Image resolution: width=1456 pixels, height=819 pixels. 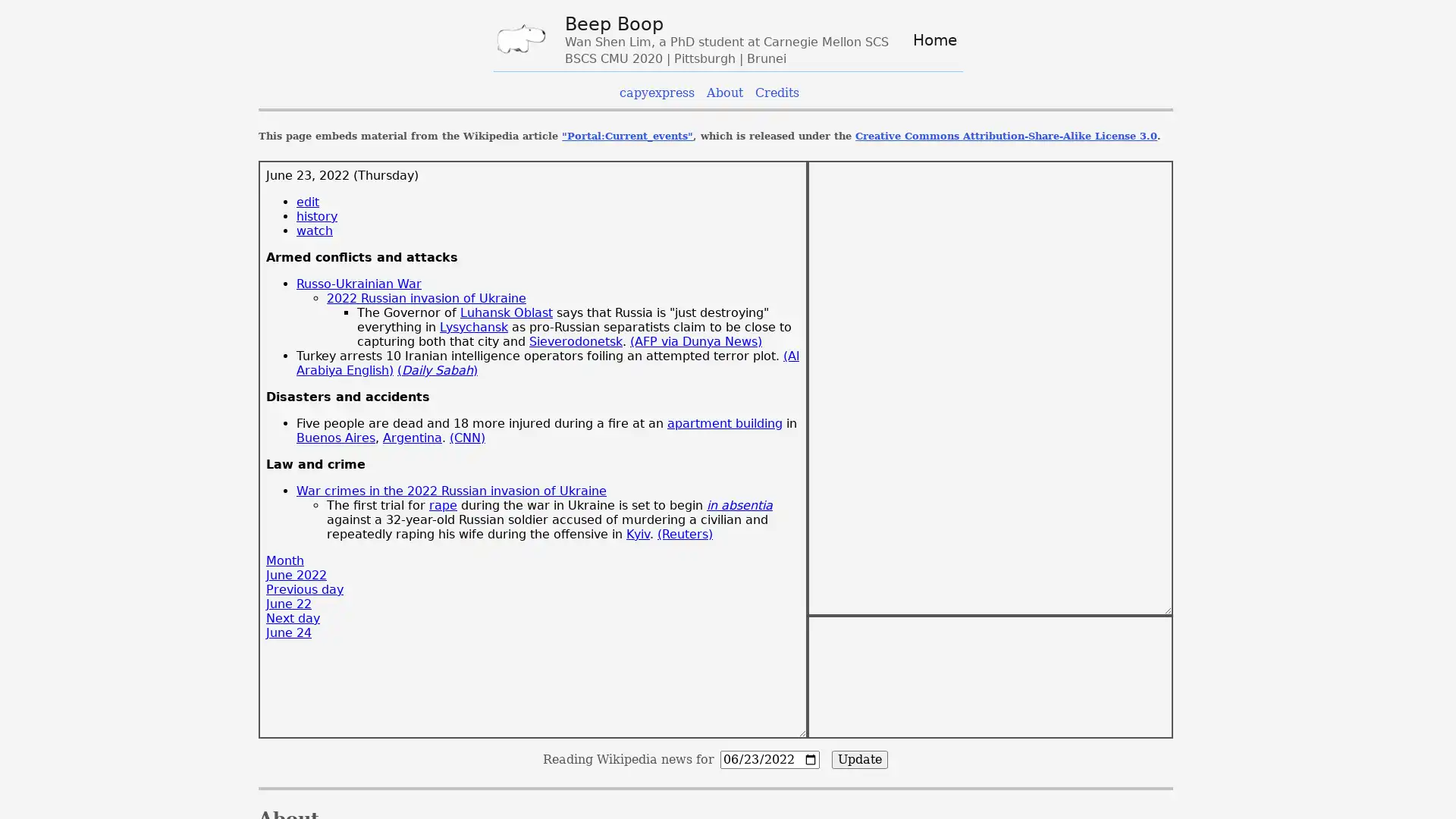 What do you see at coordinates (859, 759) in the screenshot?
I see `Update` at bounding box center [859, 759].